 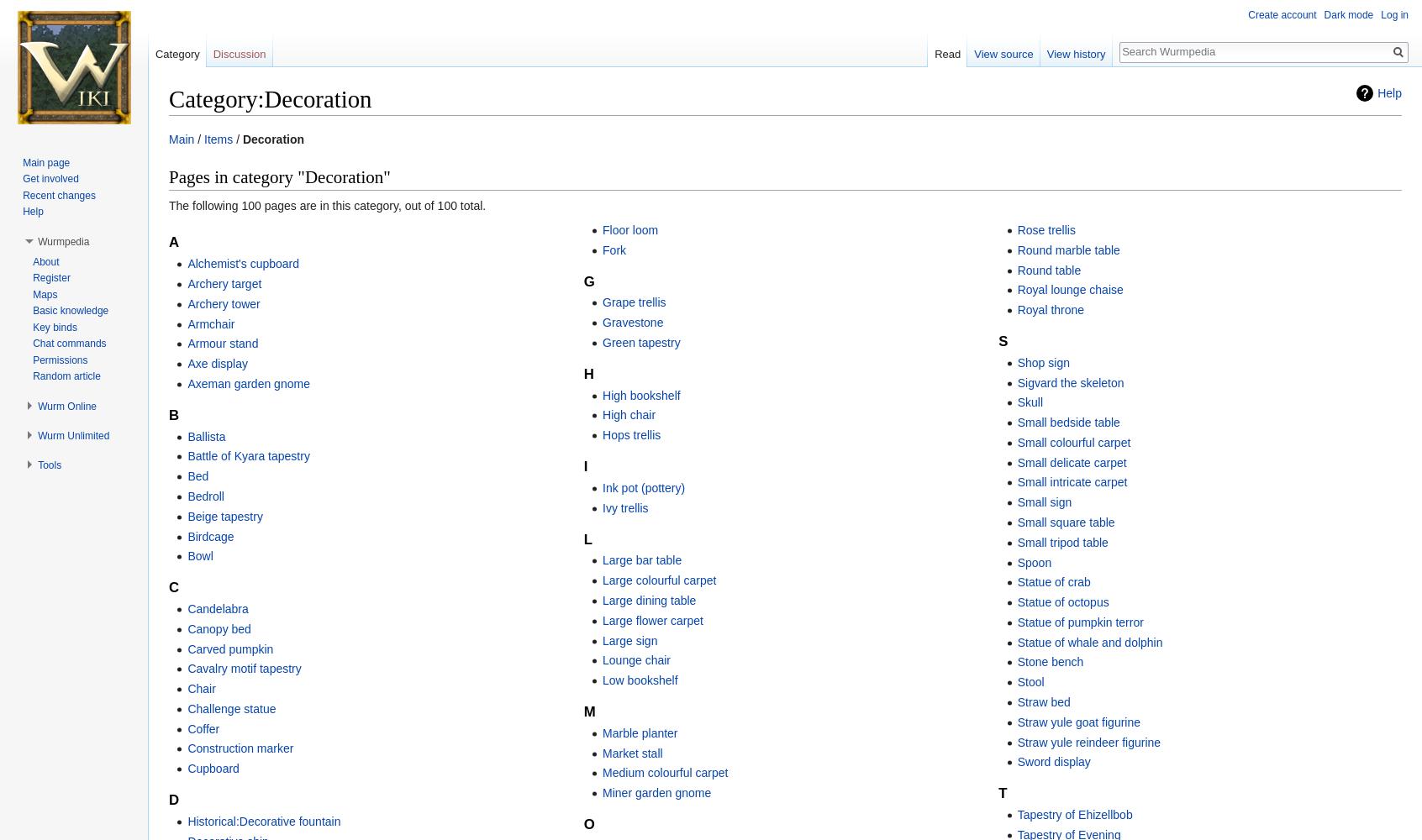 I want to click on 'Coffer', so click(x=187, y=727).